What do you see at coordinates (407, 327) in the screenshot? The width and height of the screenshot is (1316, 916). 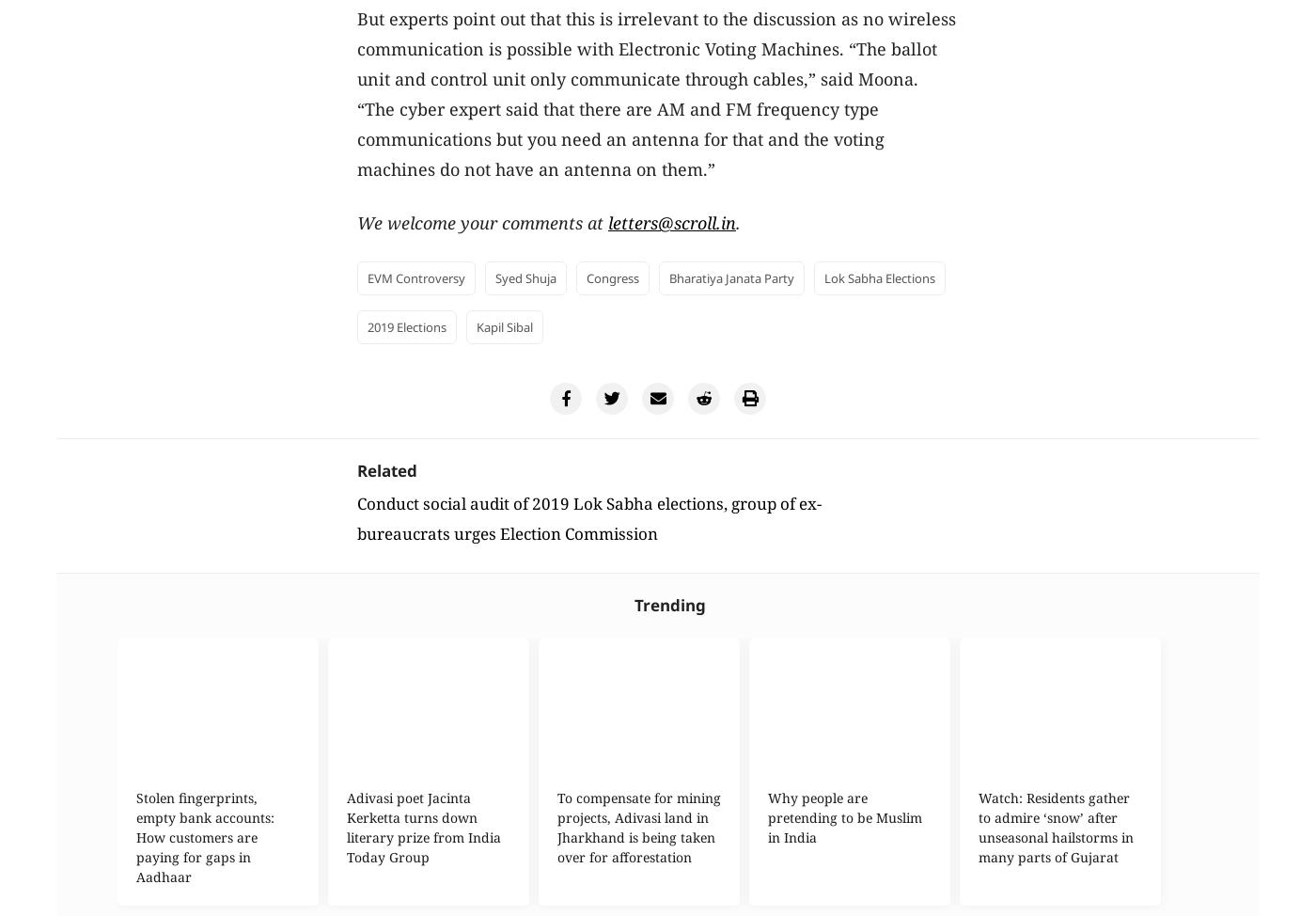 I see `'2019 elections'` at bounding box center [407, 327].